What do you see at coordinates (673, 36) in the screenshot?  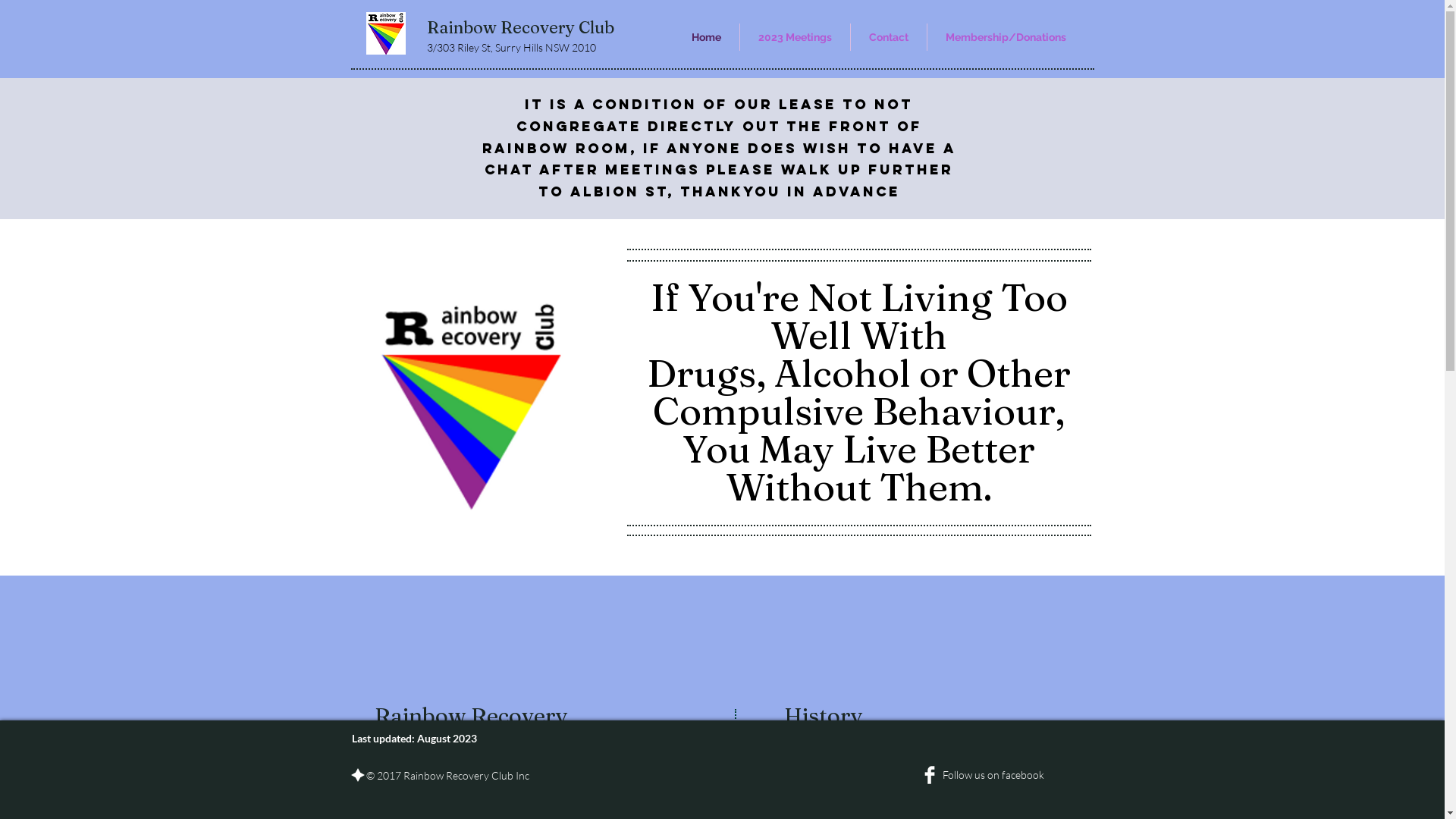 I see `'Home'` at bounding box center [673, 36].